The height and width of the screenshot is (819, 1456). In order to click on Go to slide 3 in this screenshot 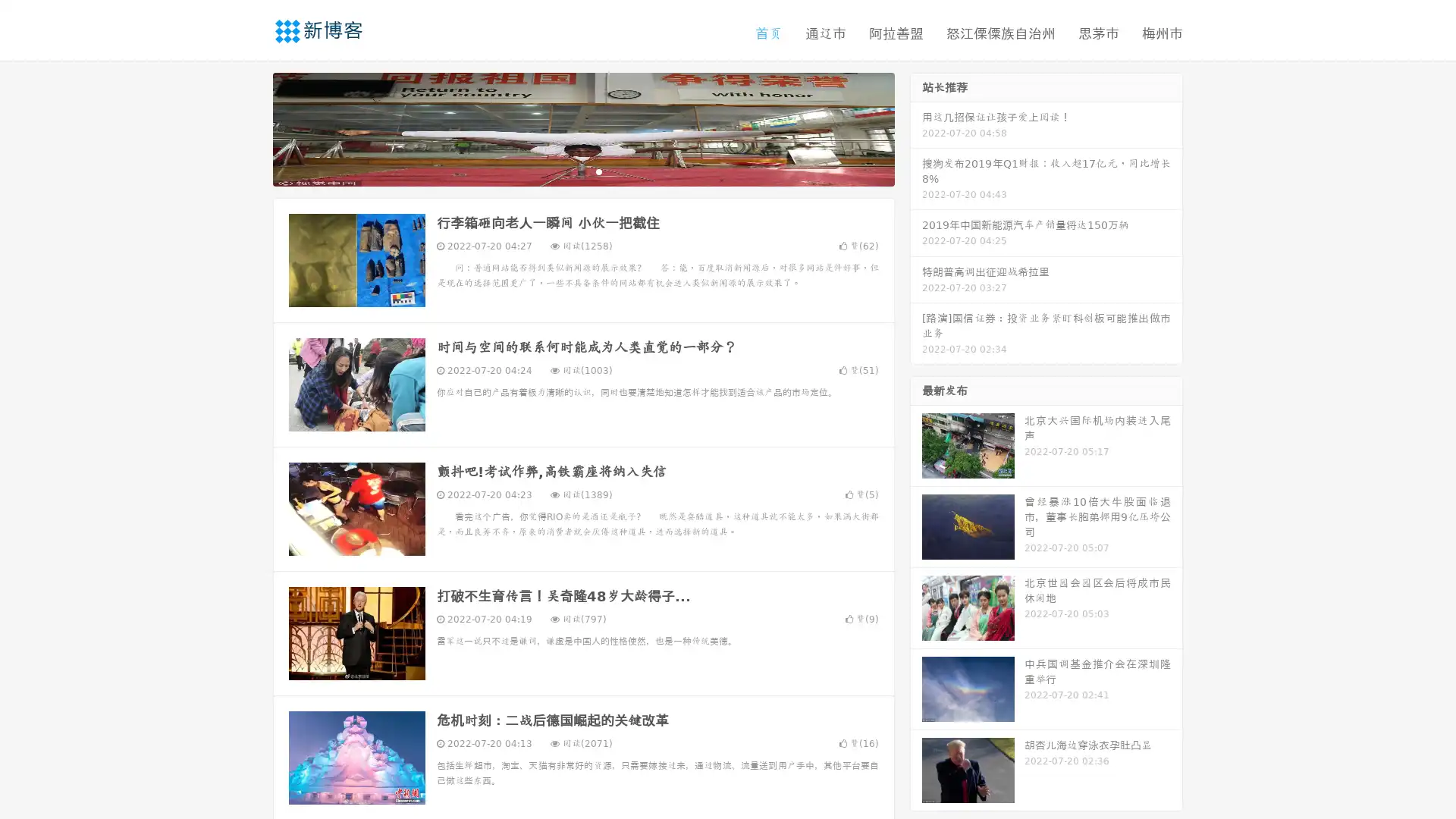, I will do `click(598, 171)`.